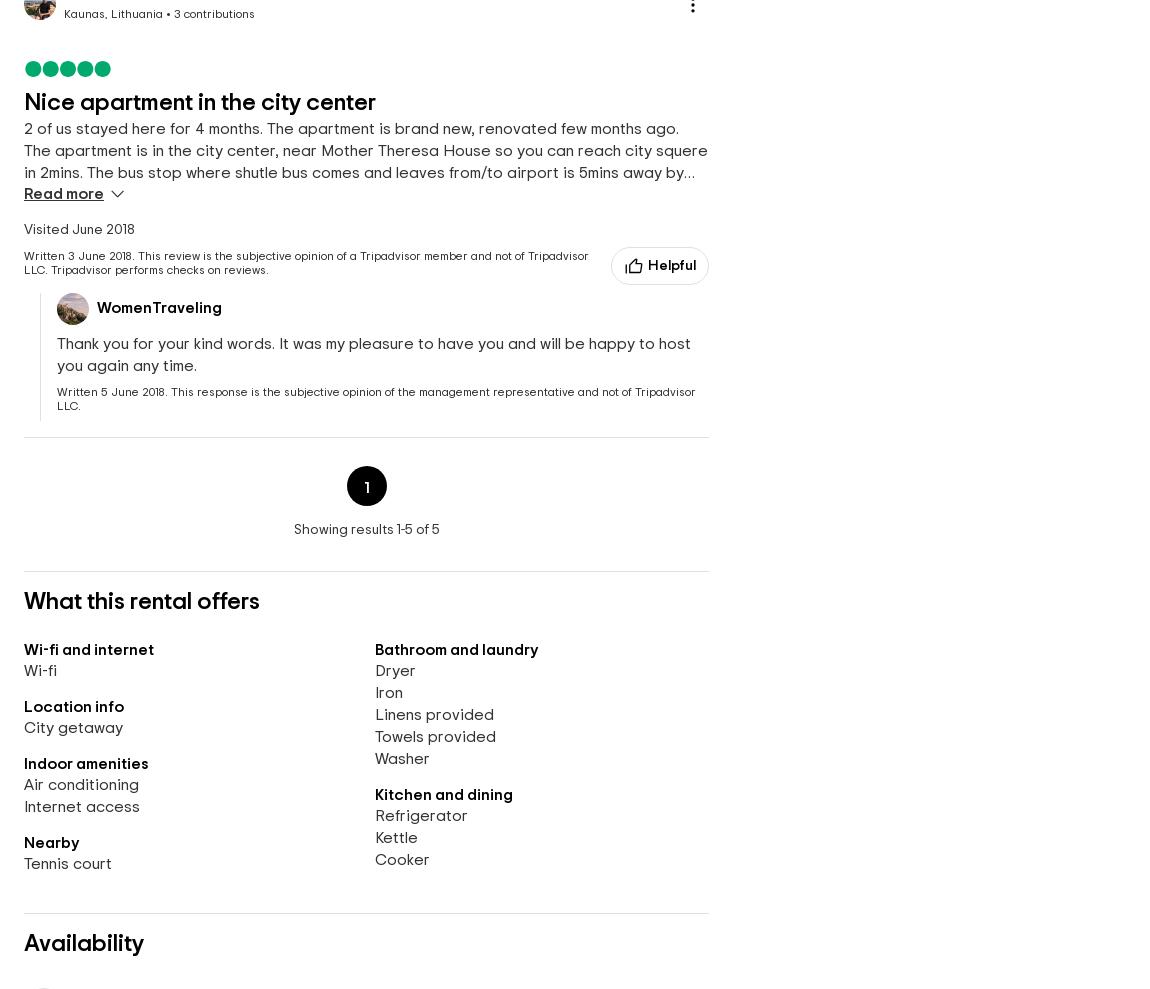 Image resolution: width=1150 pixels, height=989 pixels. I want to click on 'This response is the subjective opinion of the management representative and not of Tripadvisor LLC.', so click(376, 398).